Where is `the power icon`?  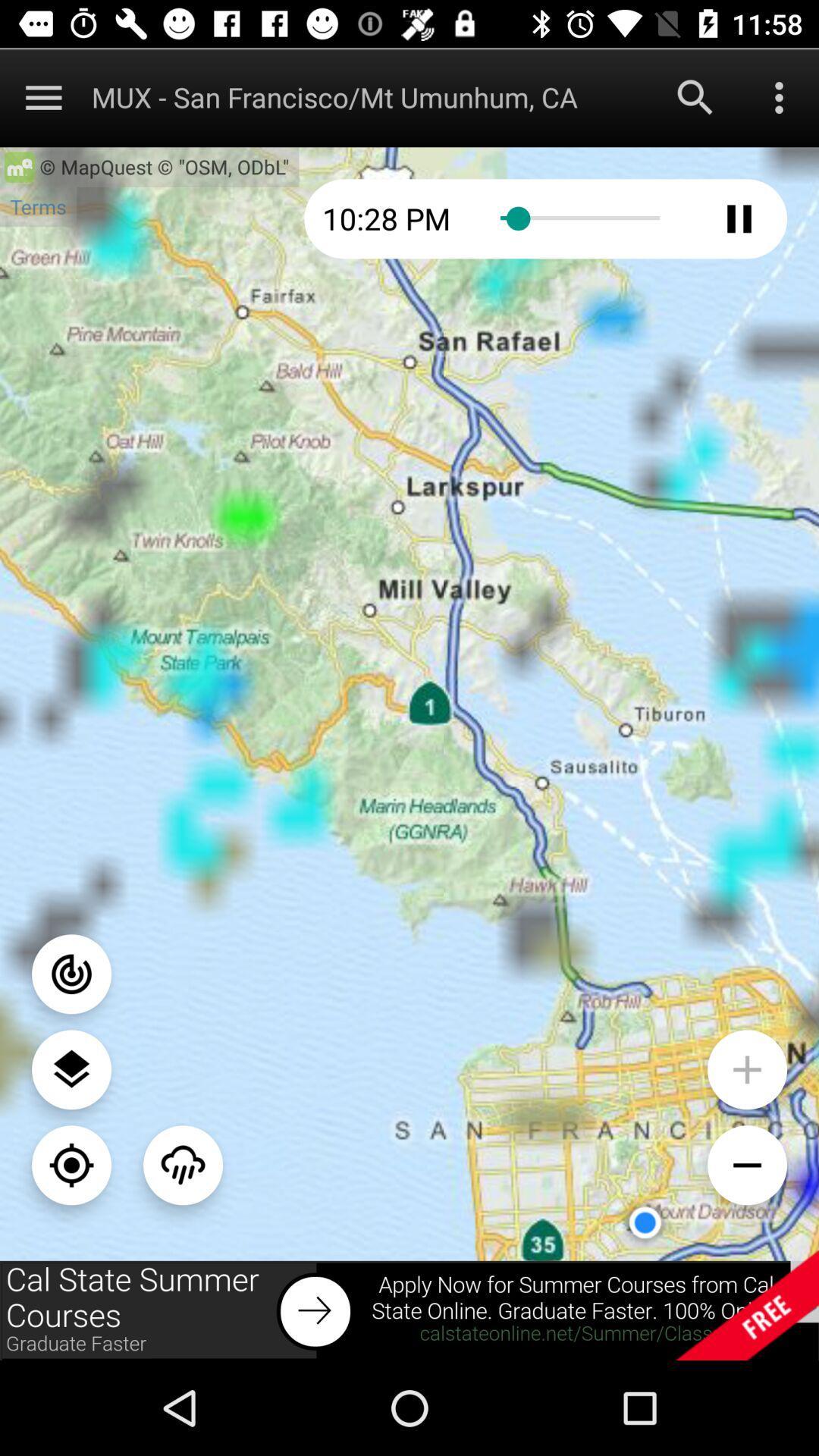 the power icon is located at coordinates (71, 974).